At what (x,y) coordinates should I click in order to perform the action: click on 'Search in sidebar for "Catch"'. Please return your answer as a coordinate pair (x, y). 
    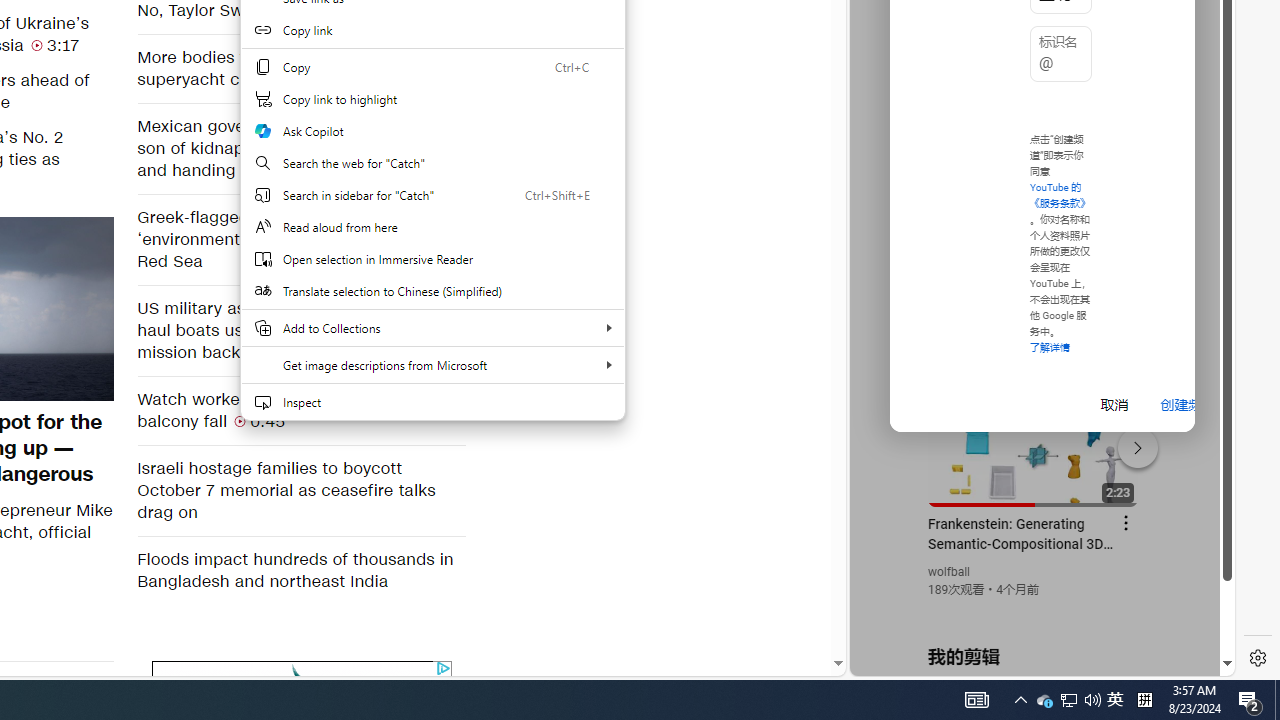
    Looking at the image, I should click on (431, 195).